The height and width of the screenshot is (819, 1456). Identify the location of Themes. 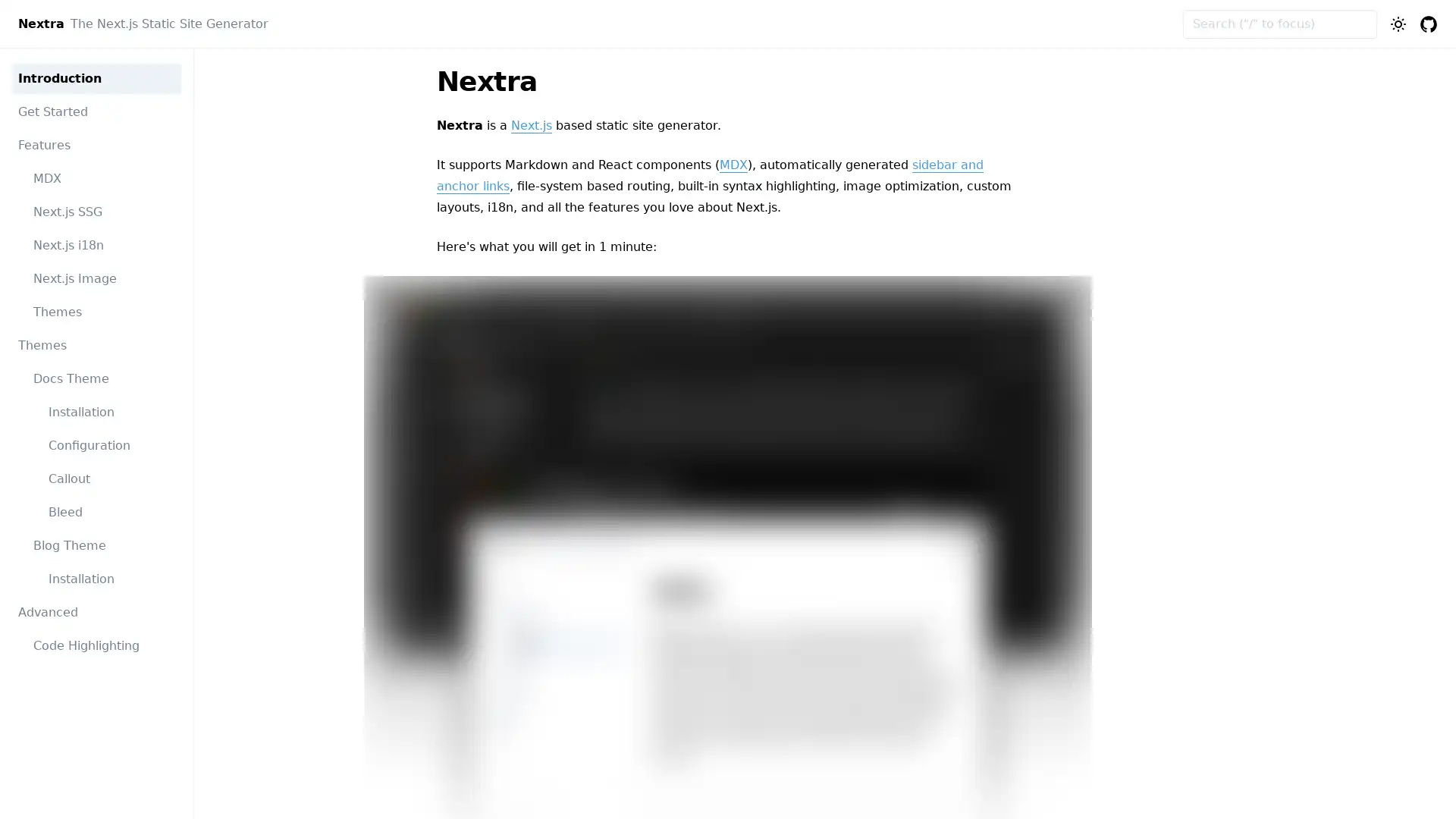
(96, 345).